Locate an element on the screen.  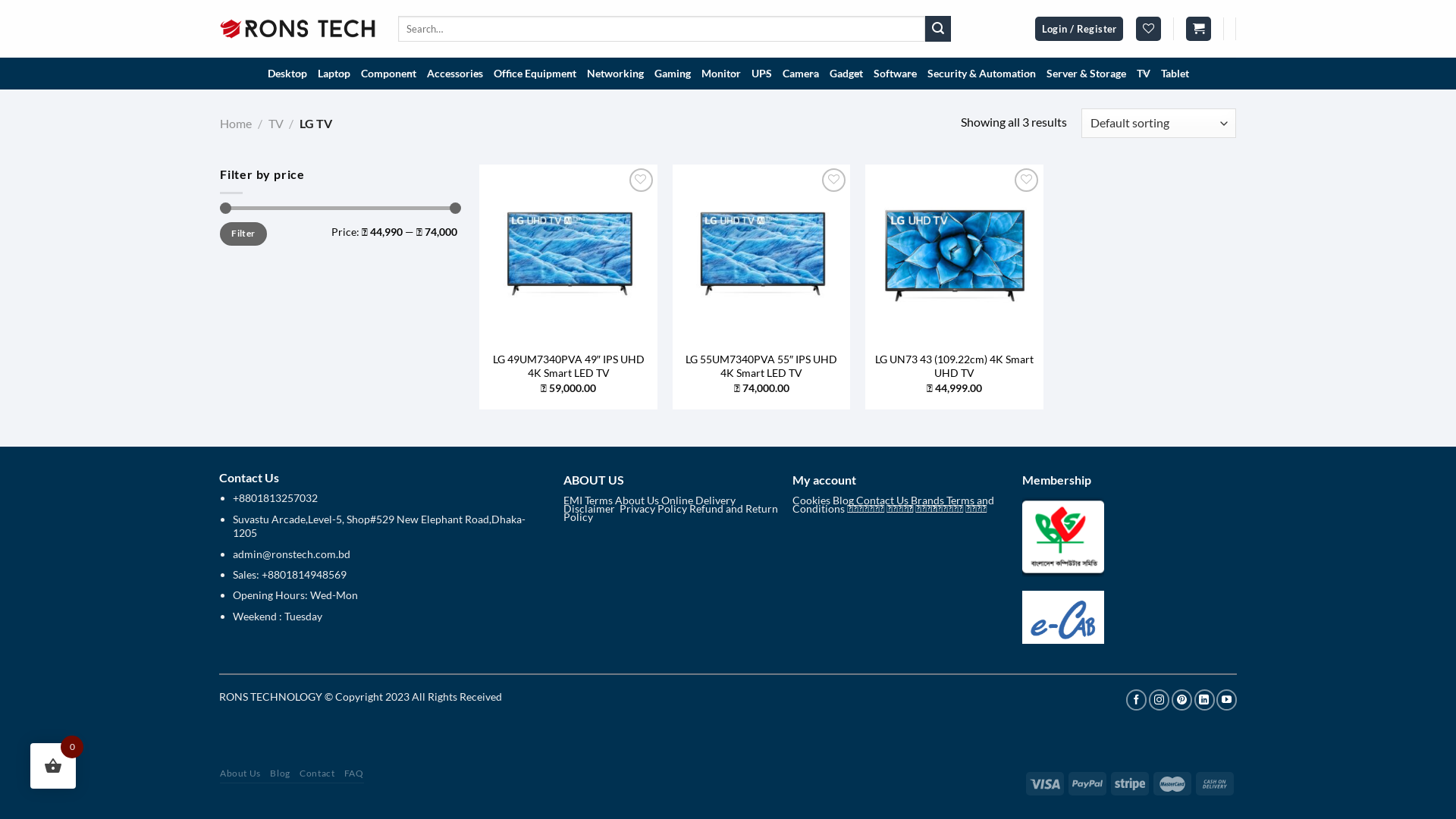
'Office Equipment' is located at coordinates (535, 73).